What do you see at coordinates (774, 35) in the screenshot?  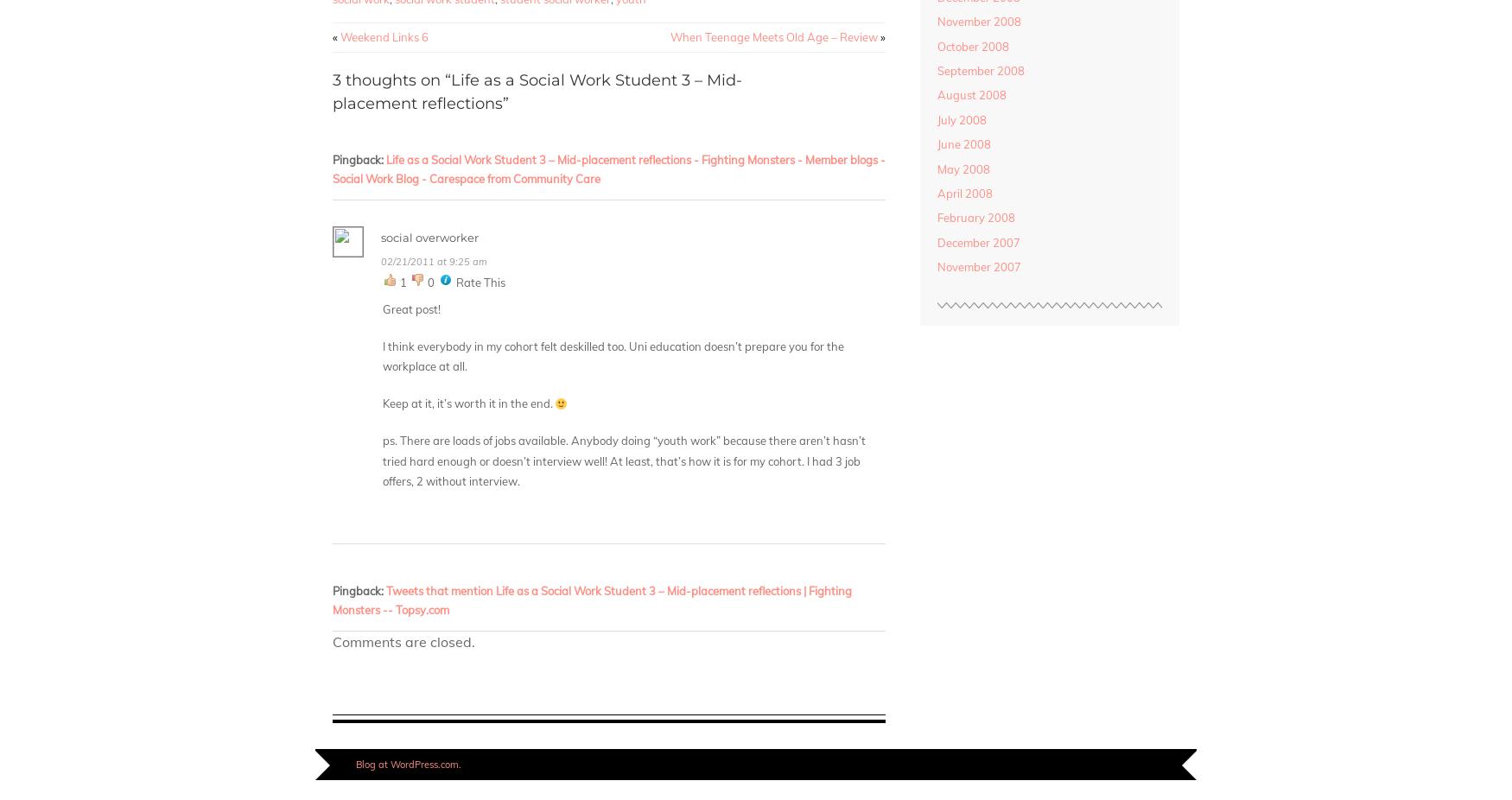 I see `'When Teenage Meets Old Age – Review'` at bounding box center [774, 35].